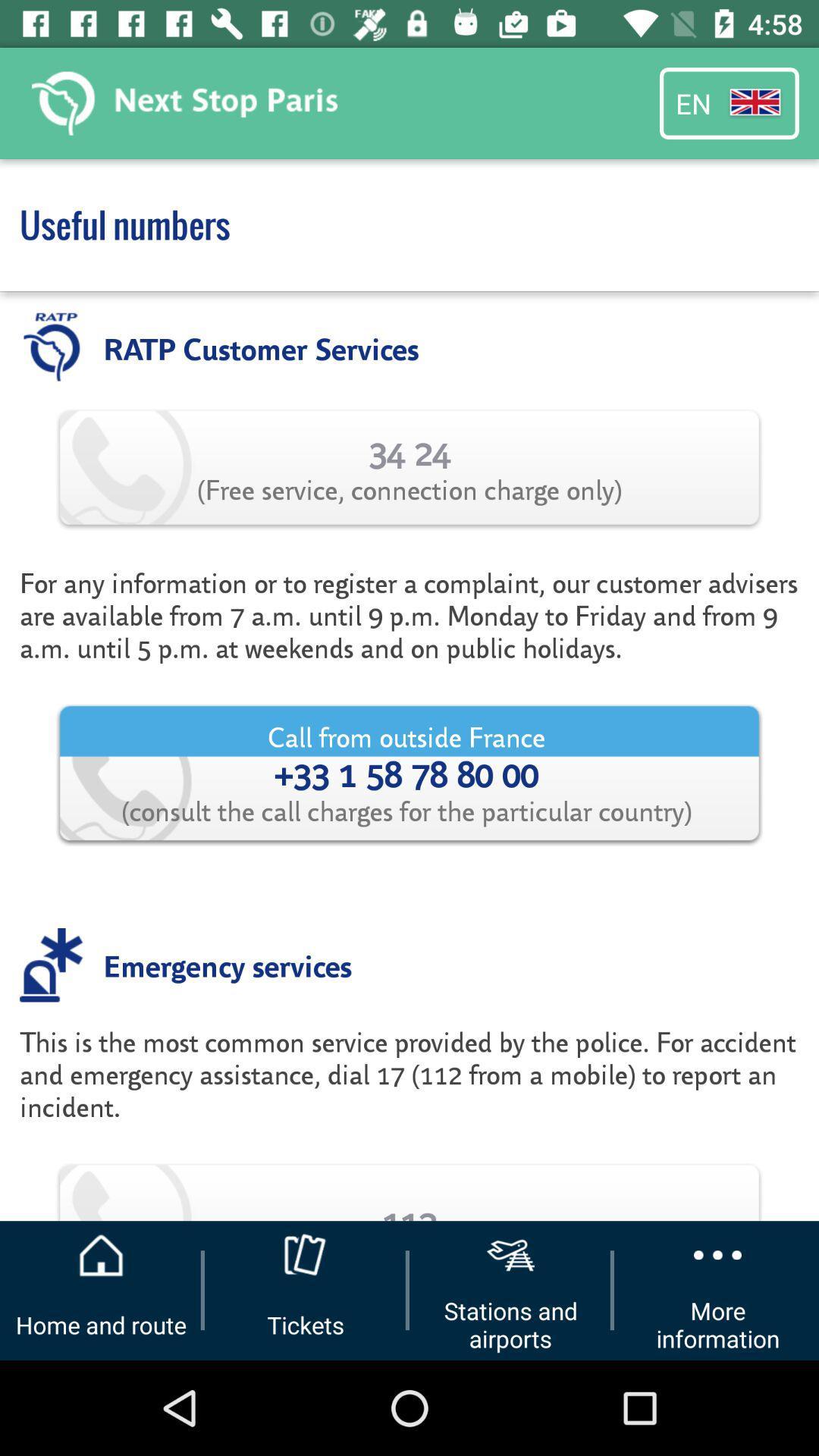 The height and width of the screenshot is (1456, 819). I want to click on the app above the 112 icon, so click(409, 1090).